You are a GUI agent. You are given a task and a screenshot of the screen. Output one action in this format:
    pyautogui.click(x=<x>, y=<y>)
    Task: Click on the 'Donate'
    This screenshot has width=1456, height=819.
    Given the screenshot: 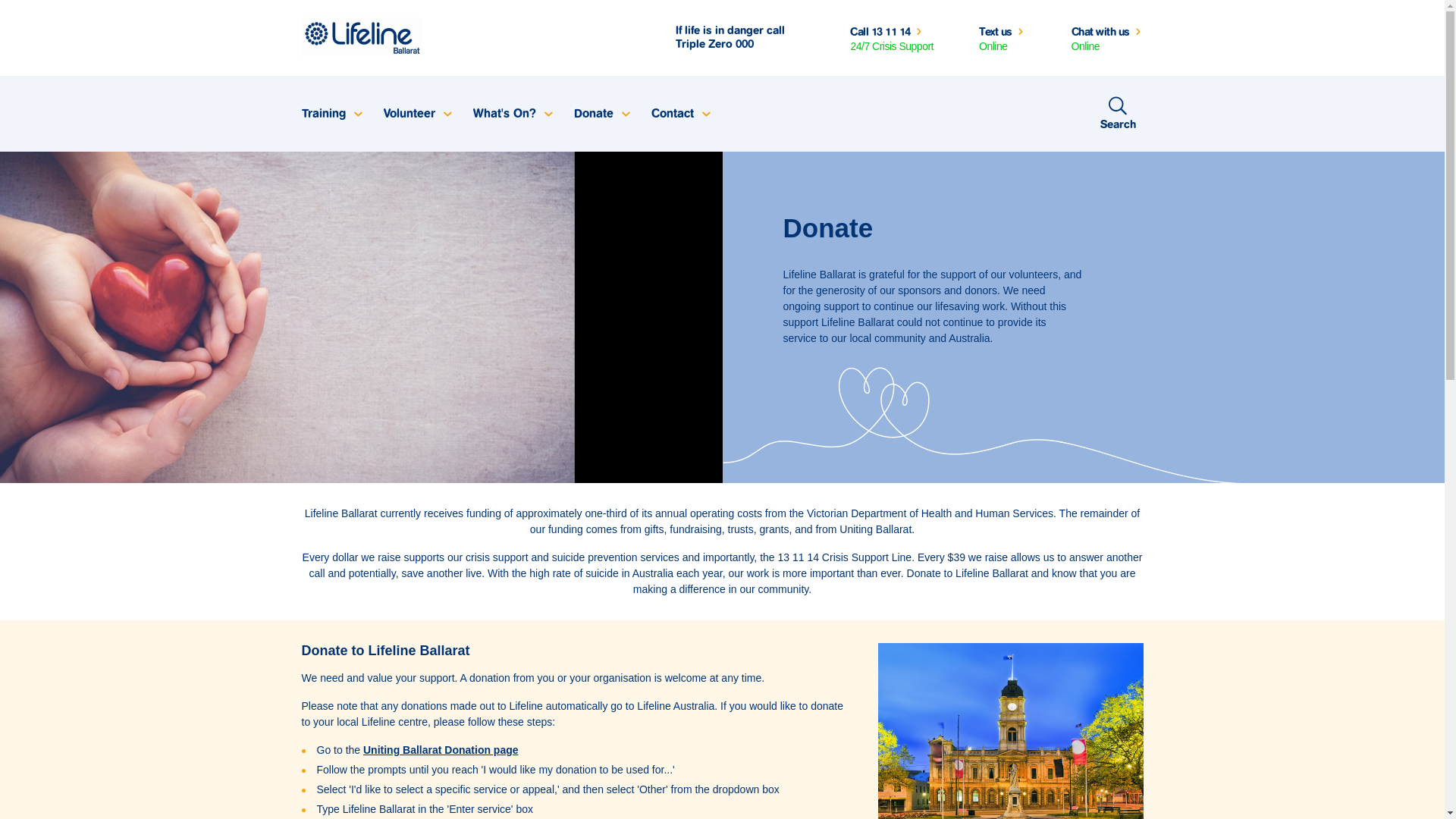 What is the action you would take?
    pyautogui.click(x=600, y=113)
    